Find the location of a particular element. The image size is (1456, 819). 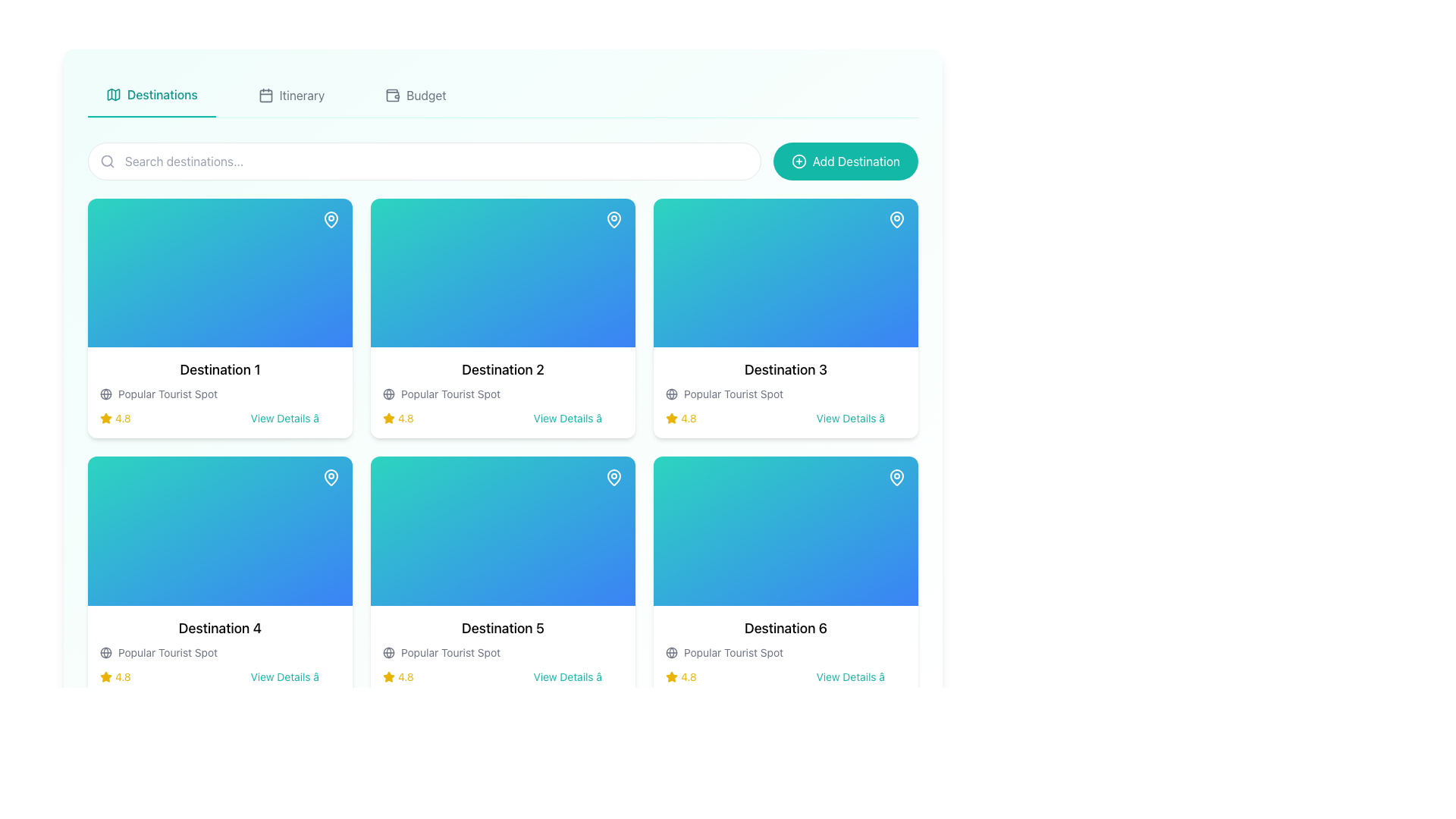

the leftmost Navigation Button in the horizontal navigation bar is located at coordinates (152, 96).